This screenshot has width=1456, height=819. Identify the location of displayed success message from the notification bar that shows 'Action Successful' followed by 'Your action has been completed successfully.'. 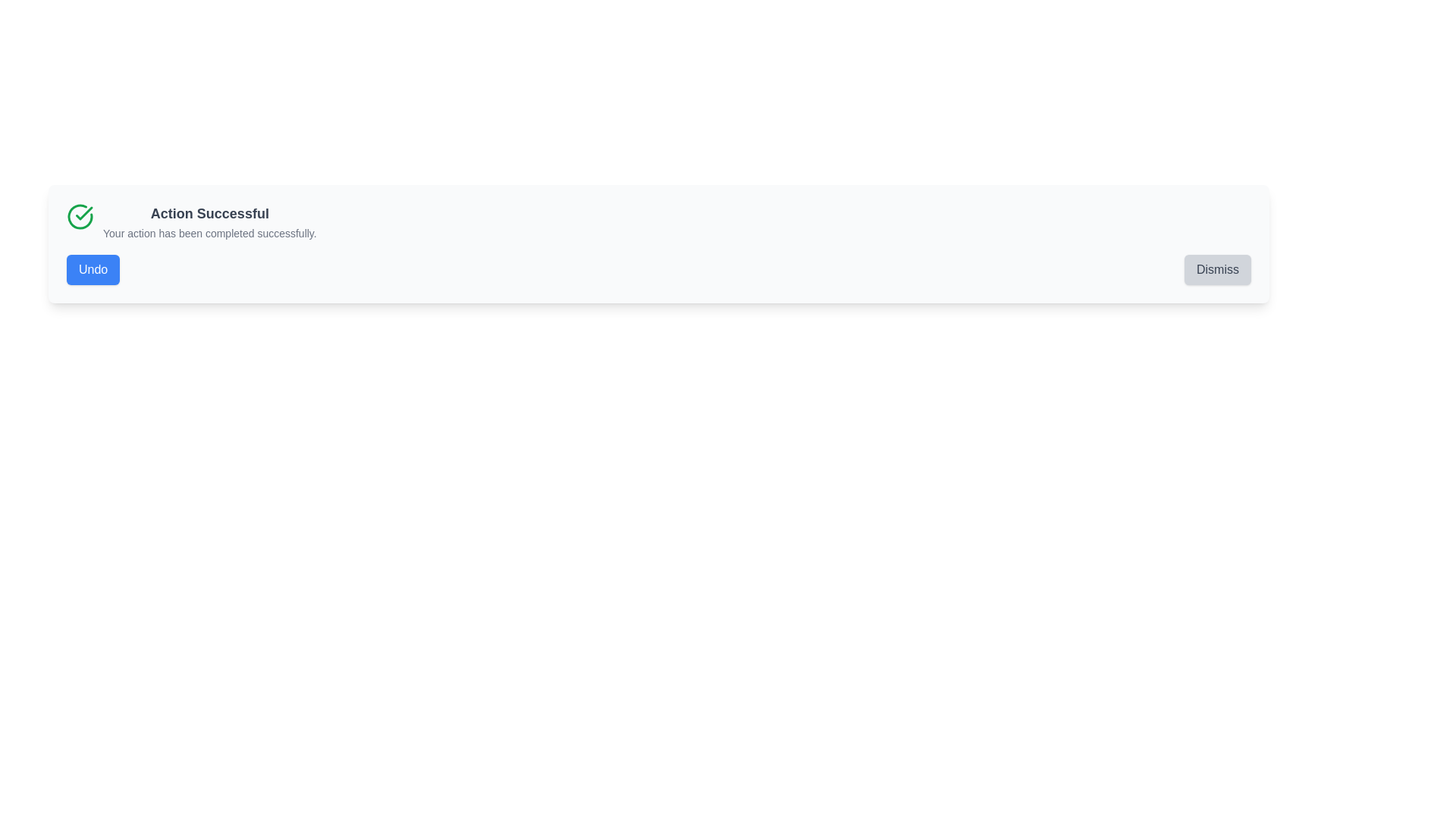
(209, 222).